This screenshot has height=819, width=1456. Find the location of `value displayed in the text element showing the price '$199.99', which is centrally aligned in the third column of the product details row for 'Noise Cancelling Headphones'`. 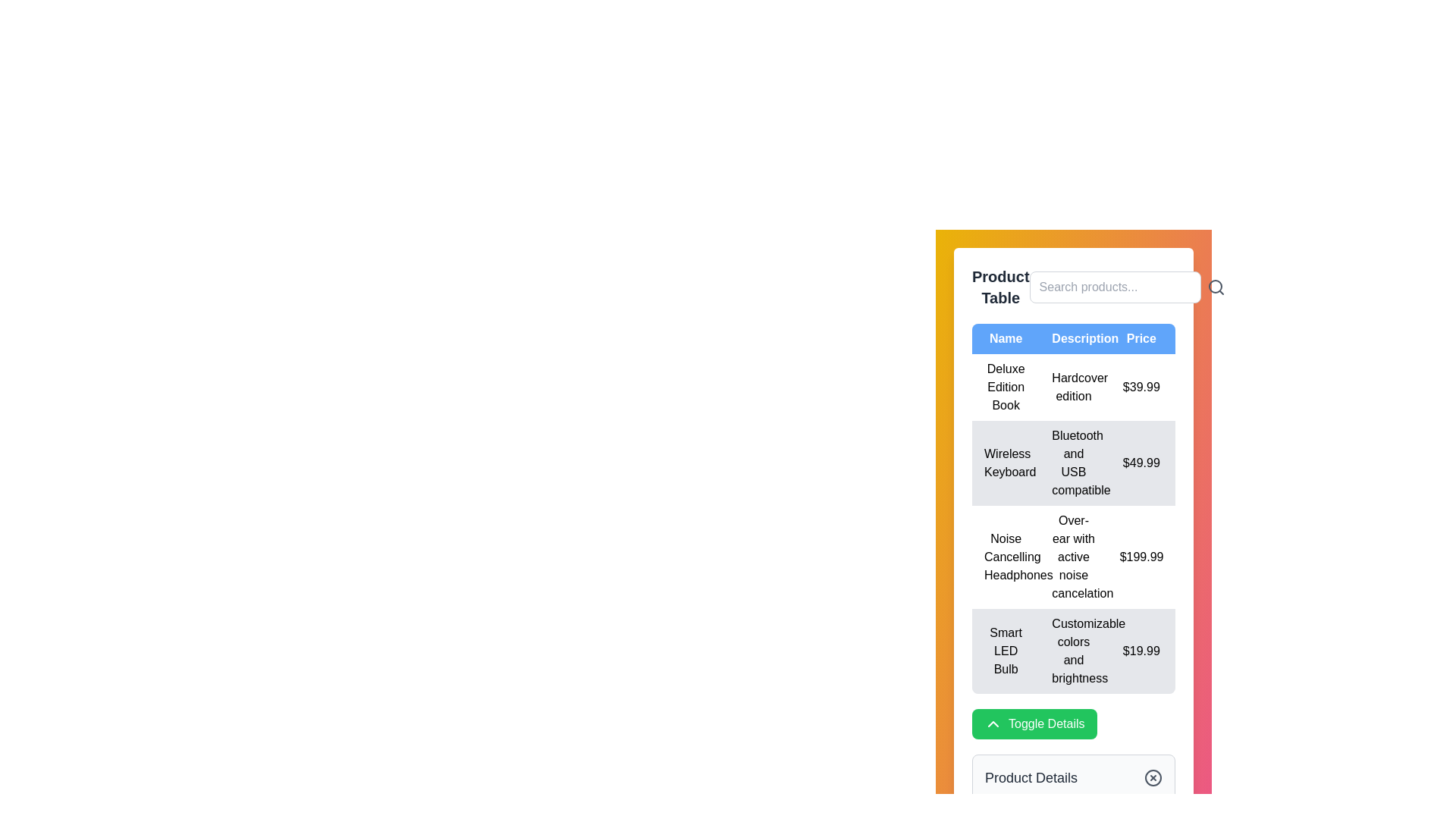

value displayed in the text element showing the price '$199.99', which is centrally aligned in the third column of the product details row for 'Noise Cancelling Headphones' is located at coordinates (1141, 557).